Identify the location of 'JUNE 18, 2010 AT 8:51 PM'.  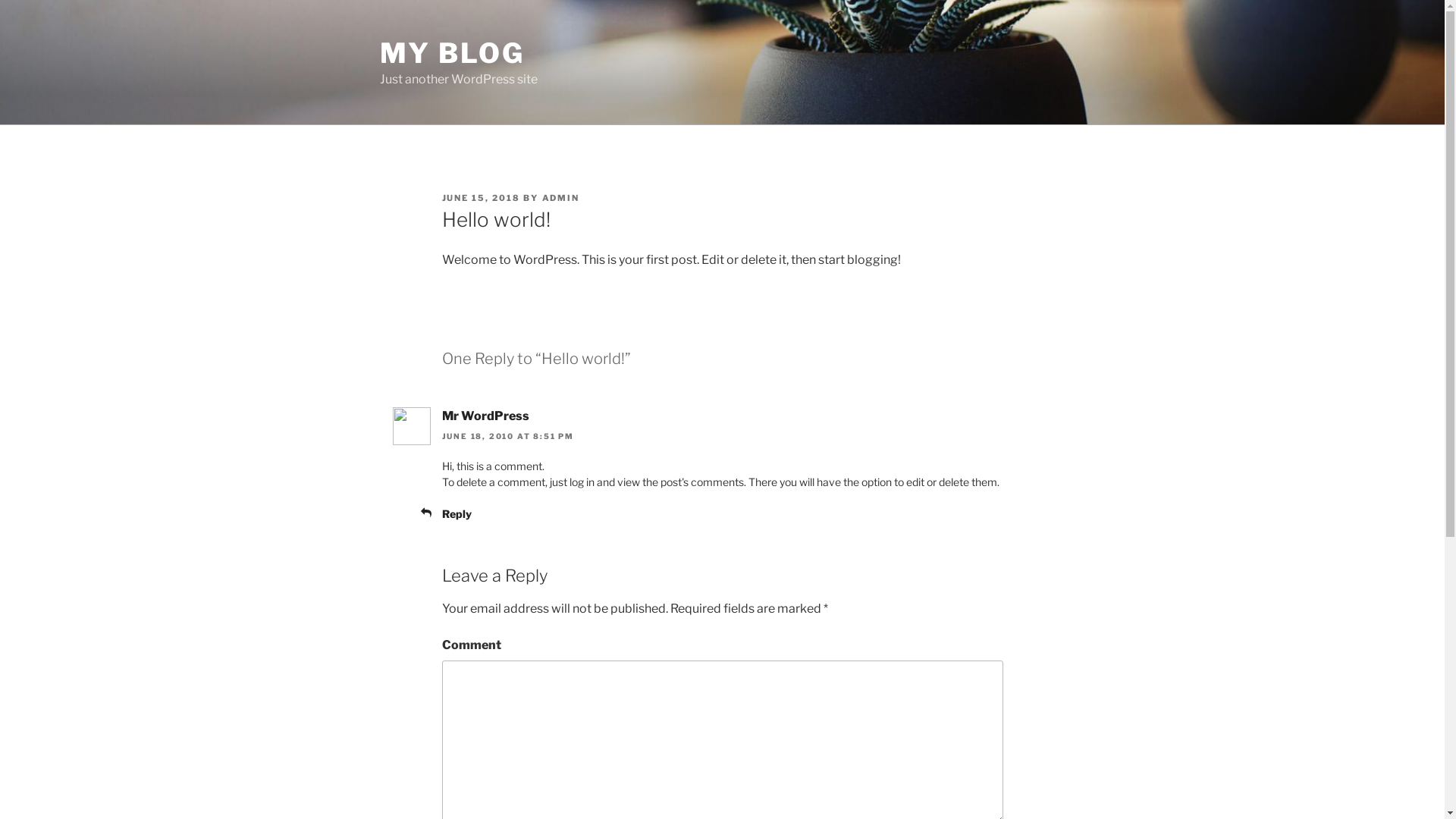
(507, 435).